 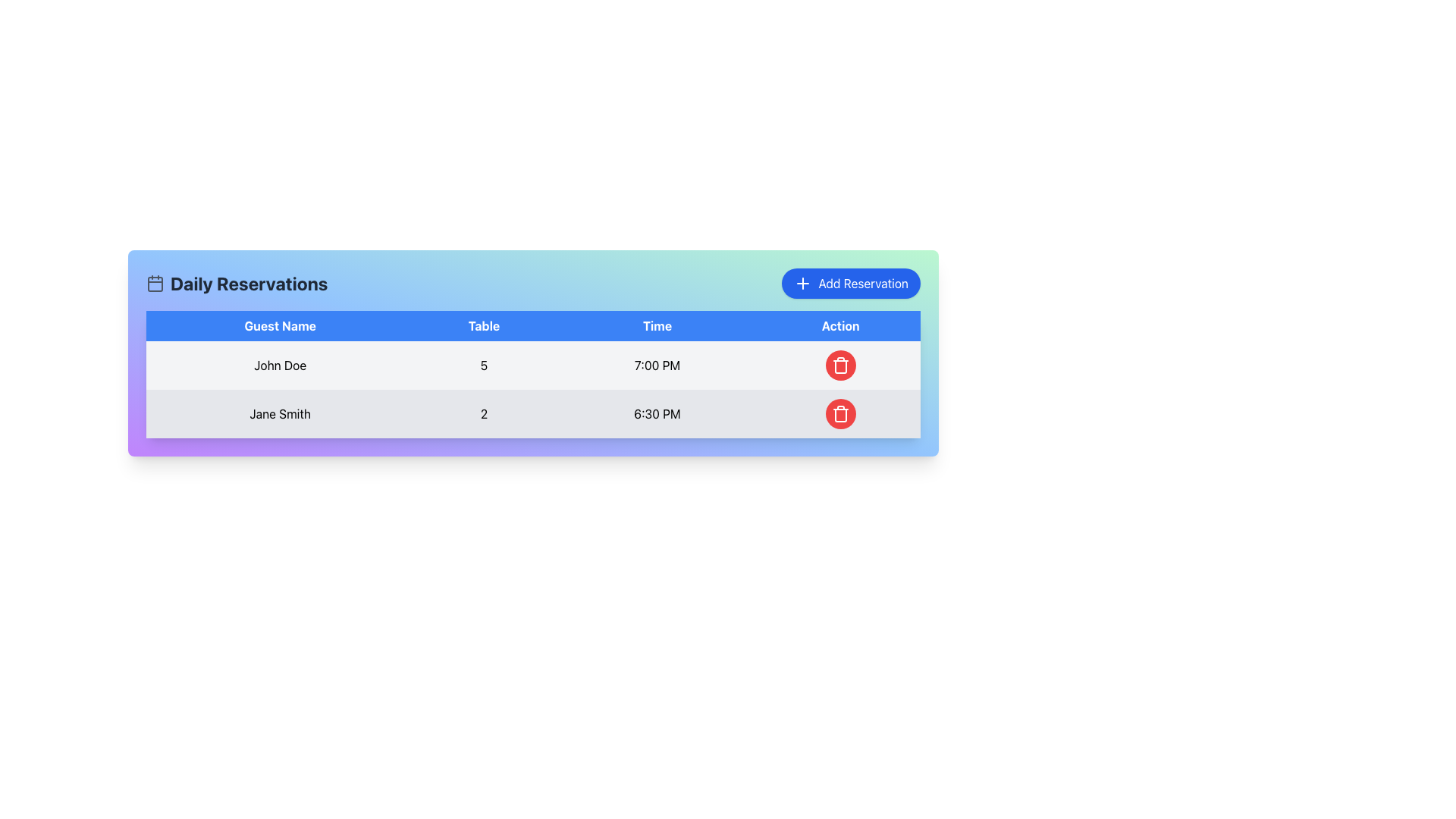 What do you see at coordinates (839, 366) in the screenshot?
I see `the delete icon button located in the last row of the table's 'Action' column` at bounding box center [839, 366].